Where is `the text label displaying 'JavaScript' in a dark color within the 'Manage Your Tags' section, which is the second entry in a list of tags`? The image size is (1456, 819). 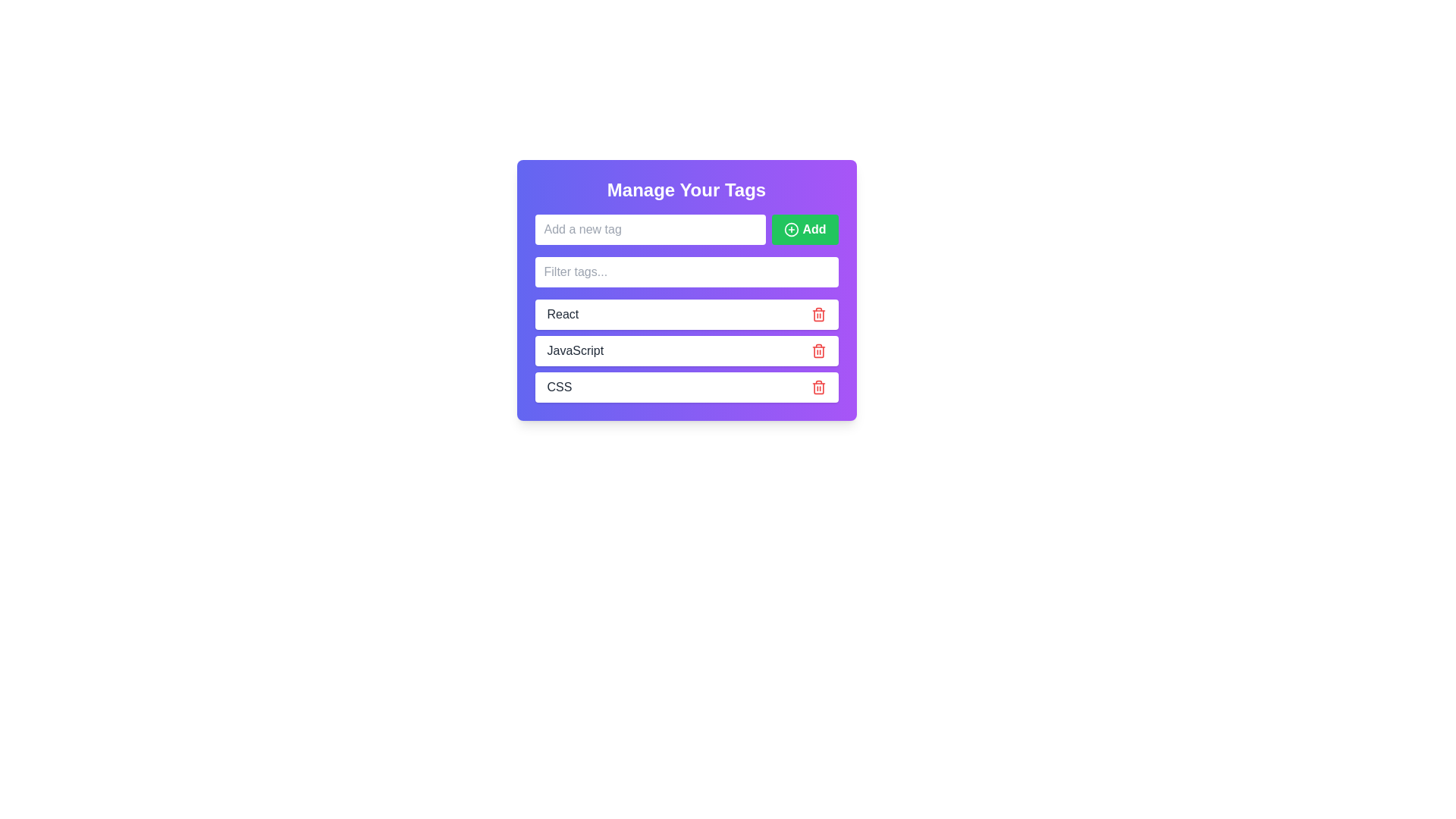
the text label displaying 'JavaScript' in a dark color within the 'Manage Your Tags' section, which is the second entry in a list of tags is located at coordinates (574, 350).